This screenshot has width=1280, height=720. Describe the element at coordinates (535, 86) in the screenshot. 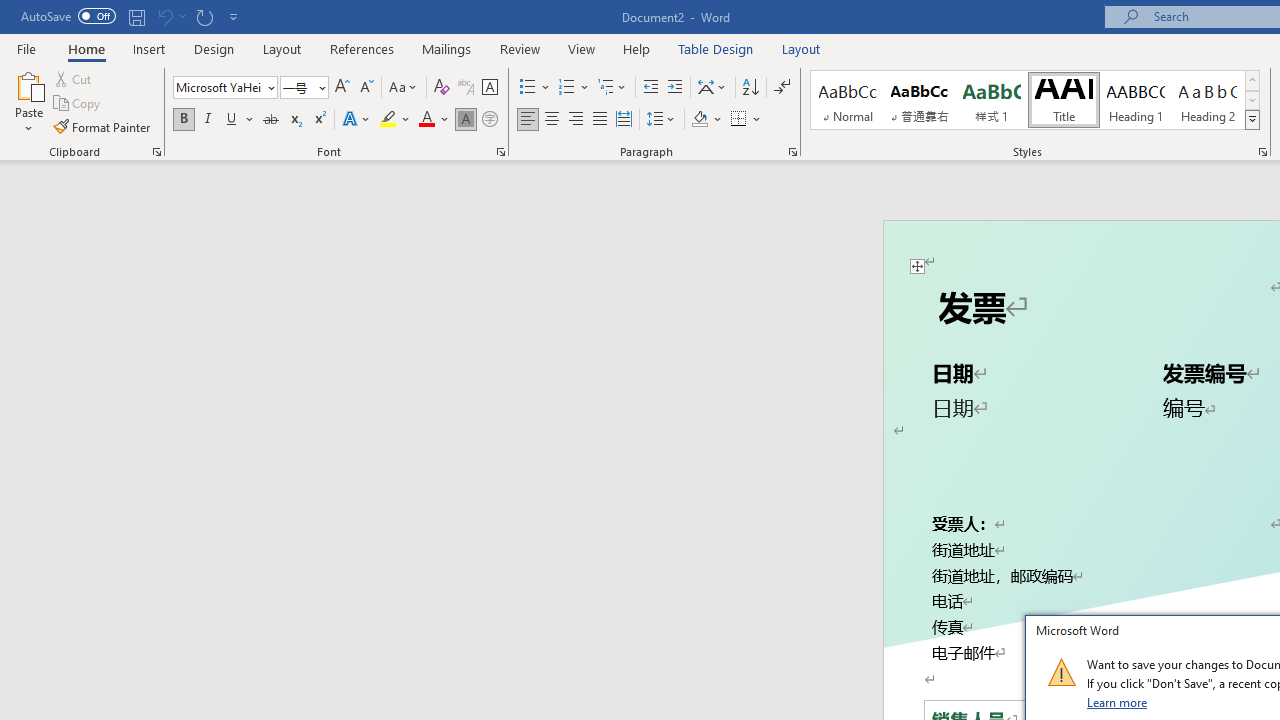

I see `'Bullets'` at that location.